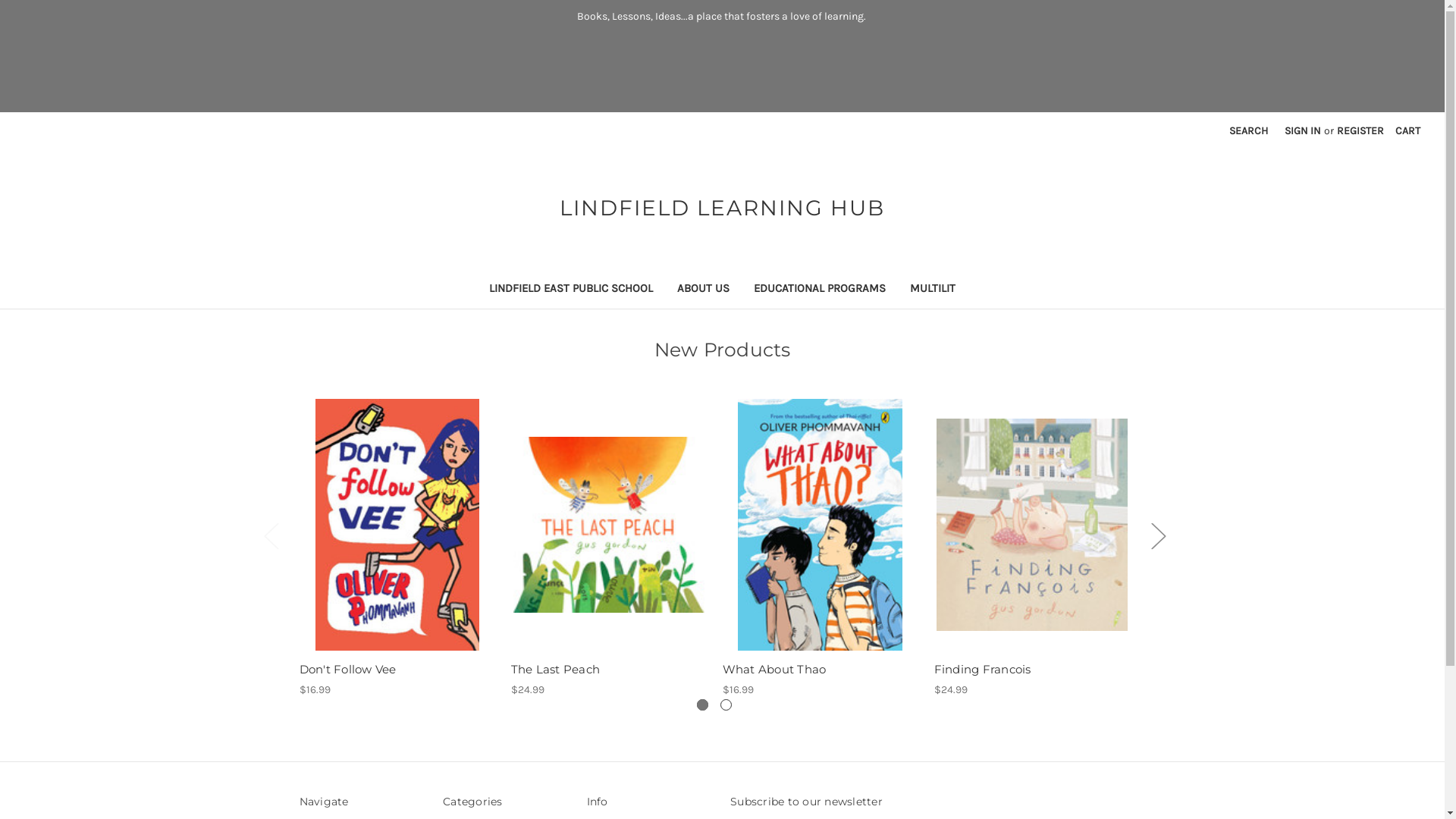  I want to click on 'What About Thao', so click(819, 523).